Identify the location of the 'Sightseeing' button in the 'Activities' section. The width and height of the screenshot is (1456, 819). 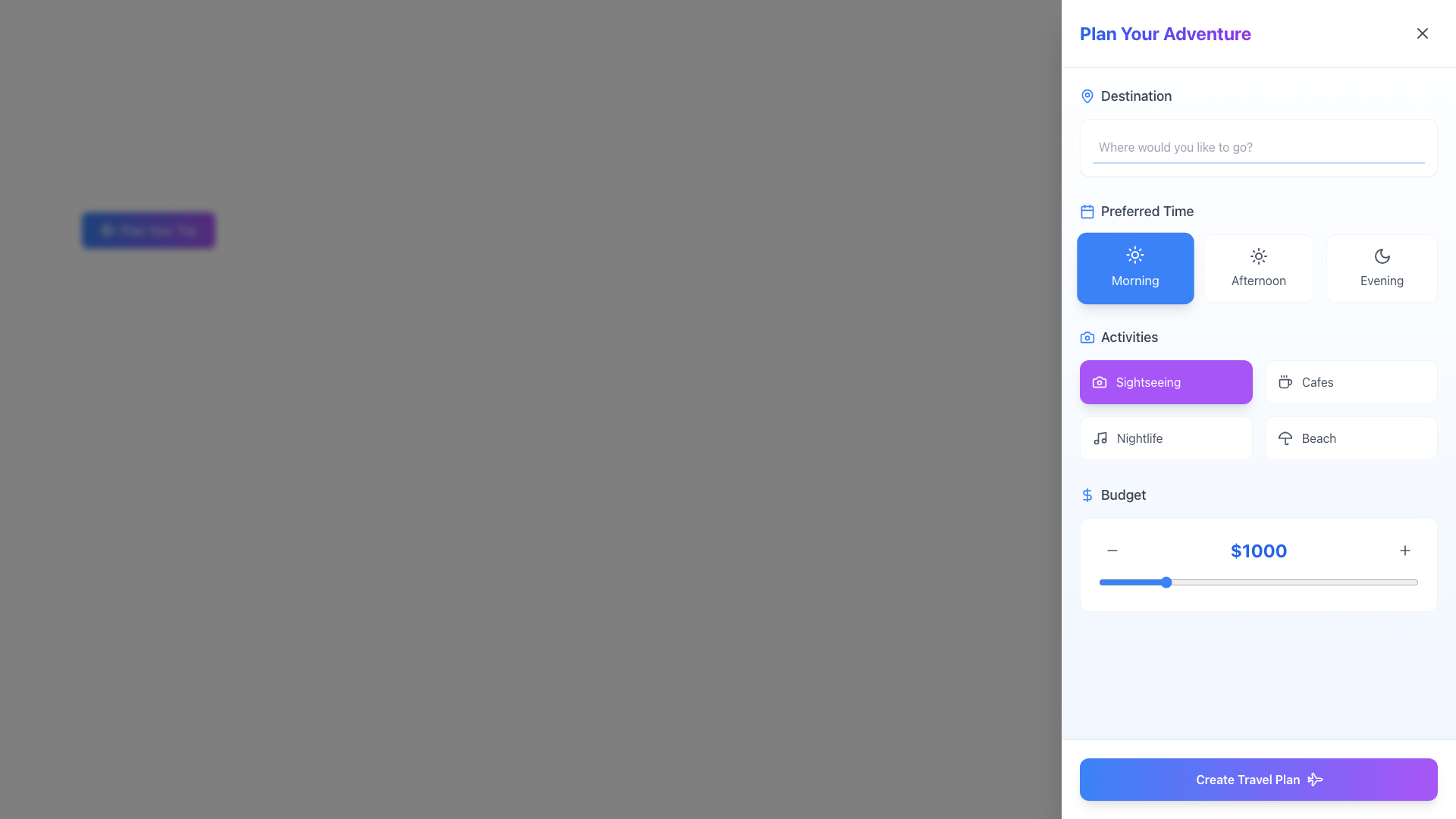
(1165, 381).